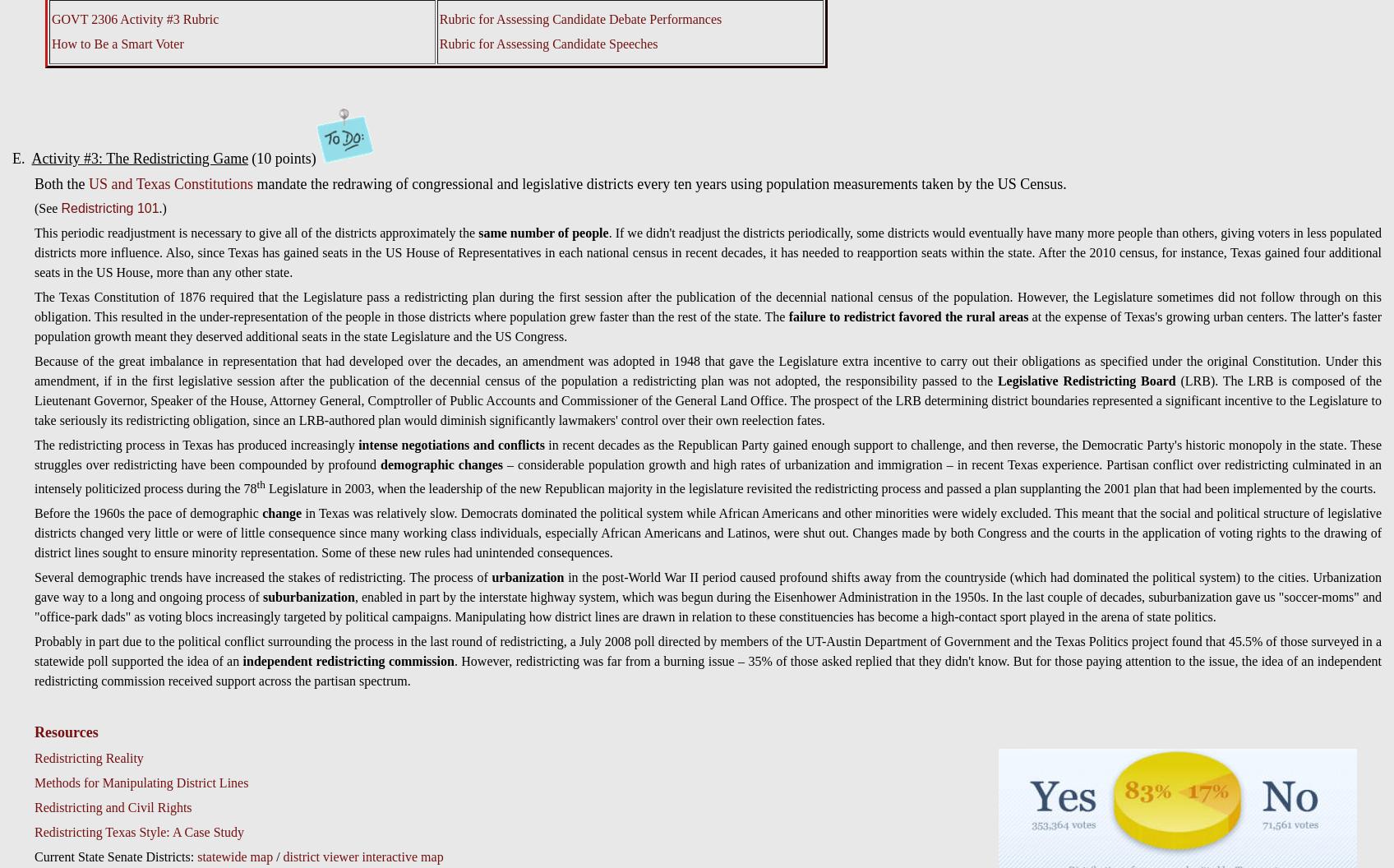  What do you see at coordinates (21, 159) in the screenshot?
I see `'E.'` at bounding box center [21, 159].